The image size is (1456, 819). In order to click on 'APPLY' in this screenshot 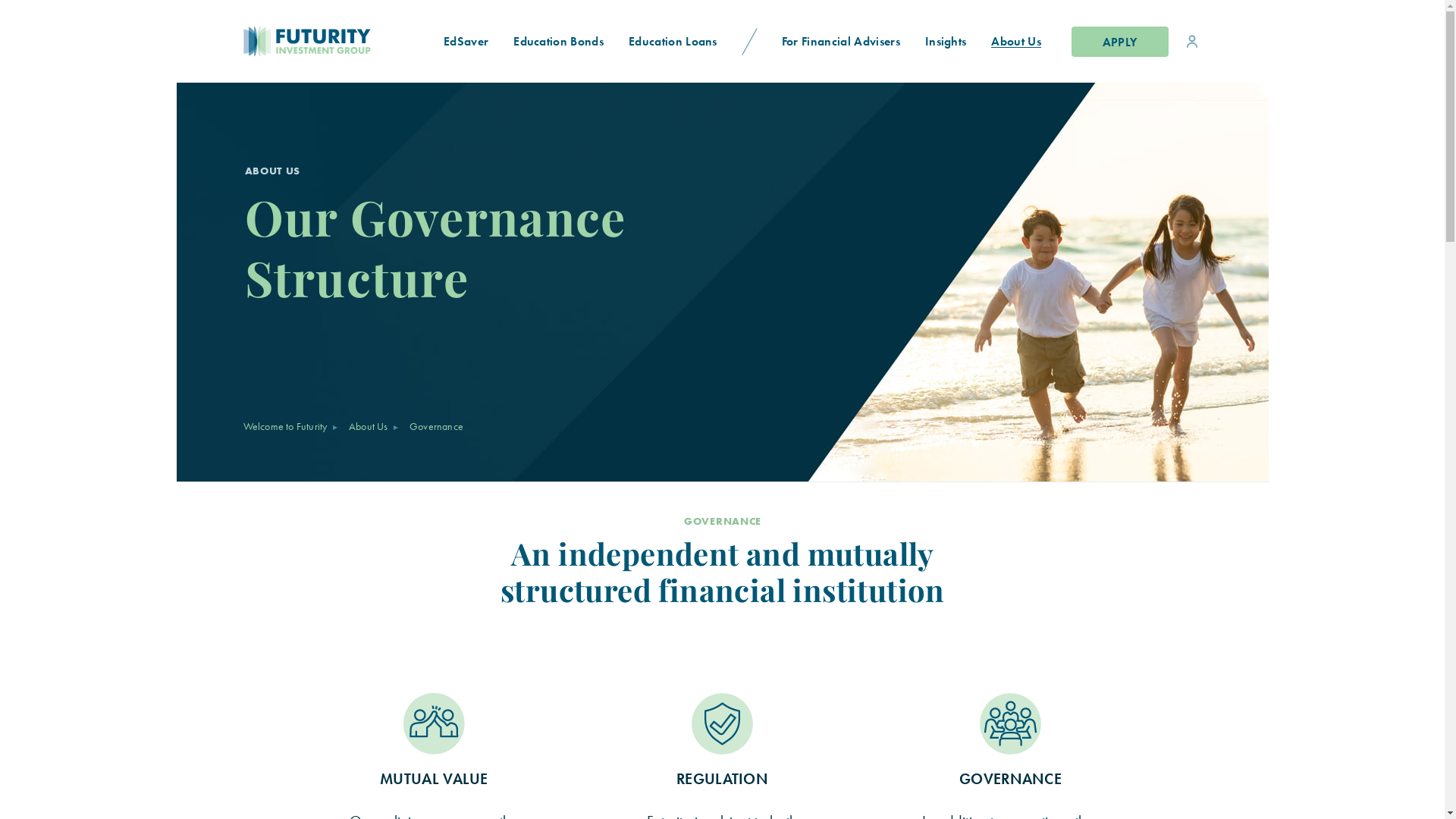, I will do `click(1119, 40)`.